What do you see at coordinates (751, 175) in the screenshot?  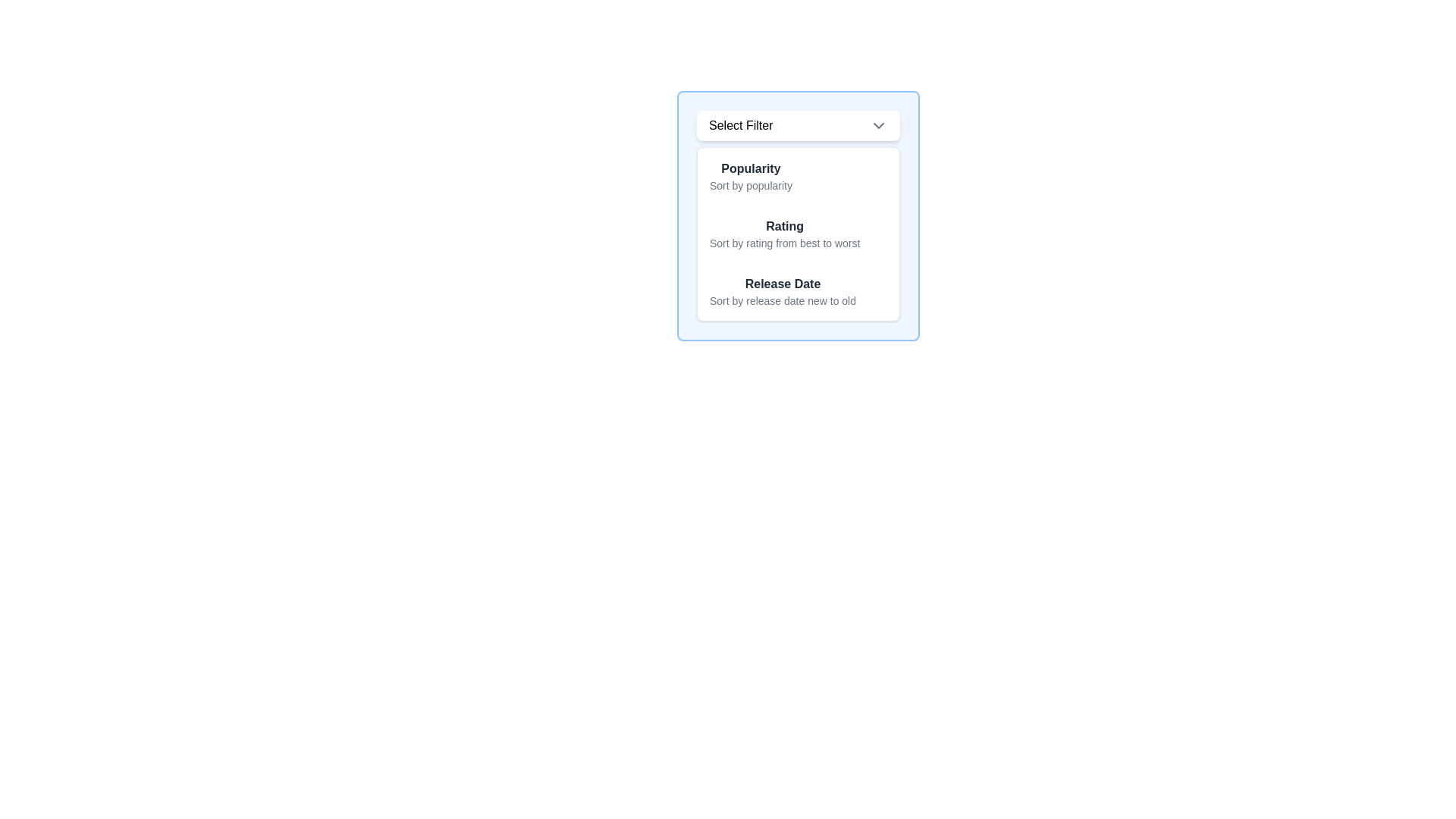 I see `the first selectable option in the 'Select Filter' dropdown menu` at bounding box center [751, 175].